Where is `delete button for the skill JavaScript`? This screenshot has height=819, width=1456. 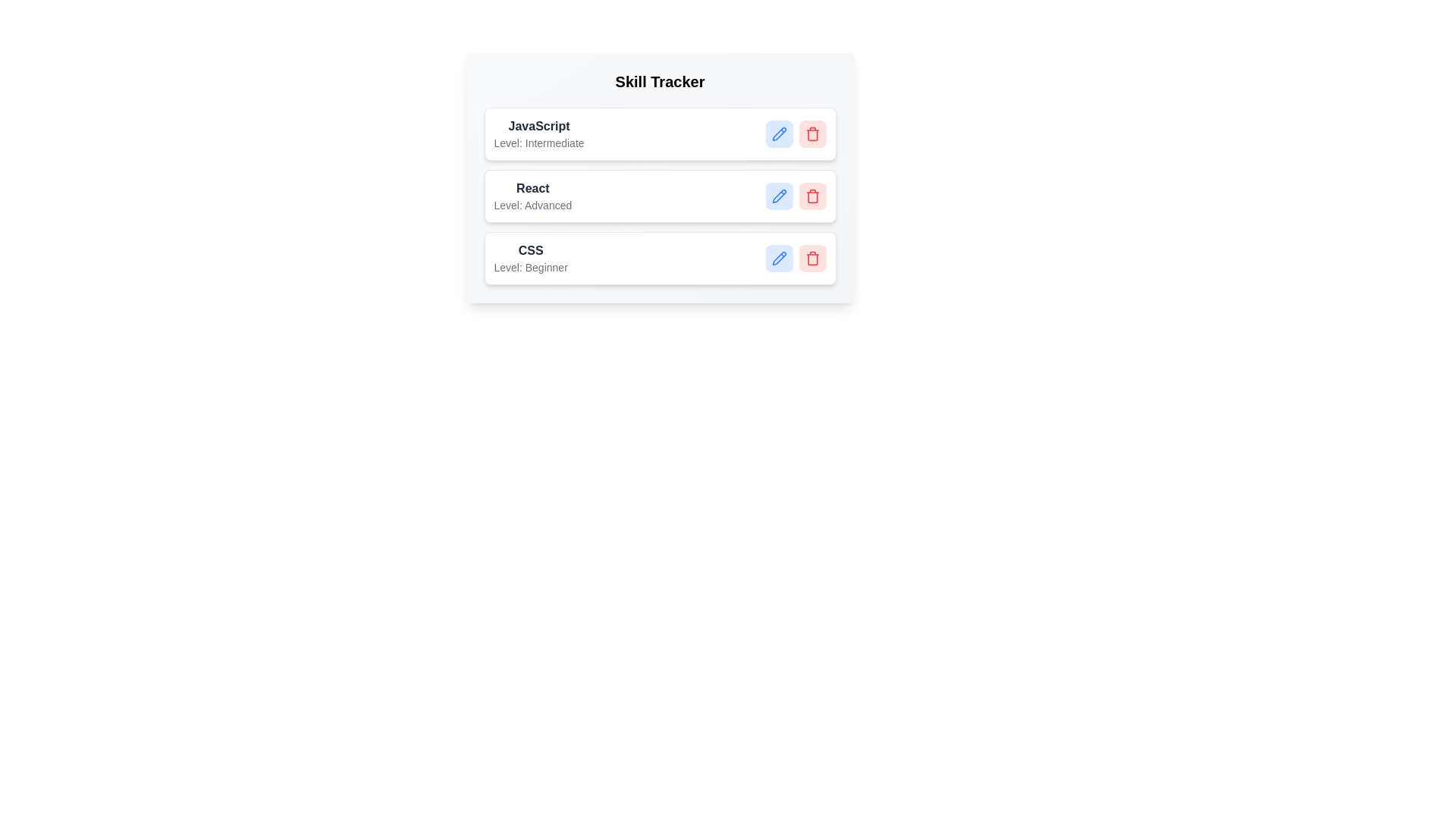
delete button for the skill JavaScript is located at coordinates (811, 133).